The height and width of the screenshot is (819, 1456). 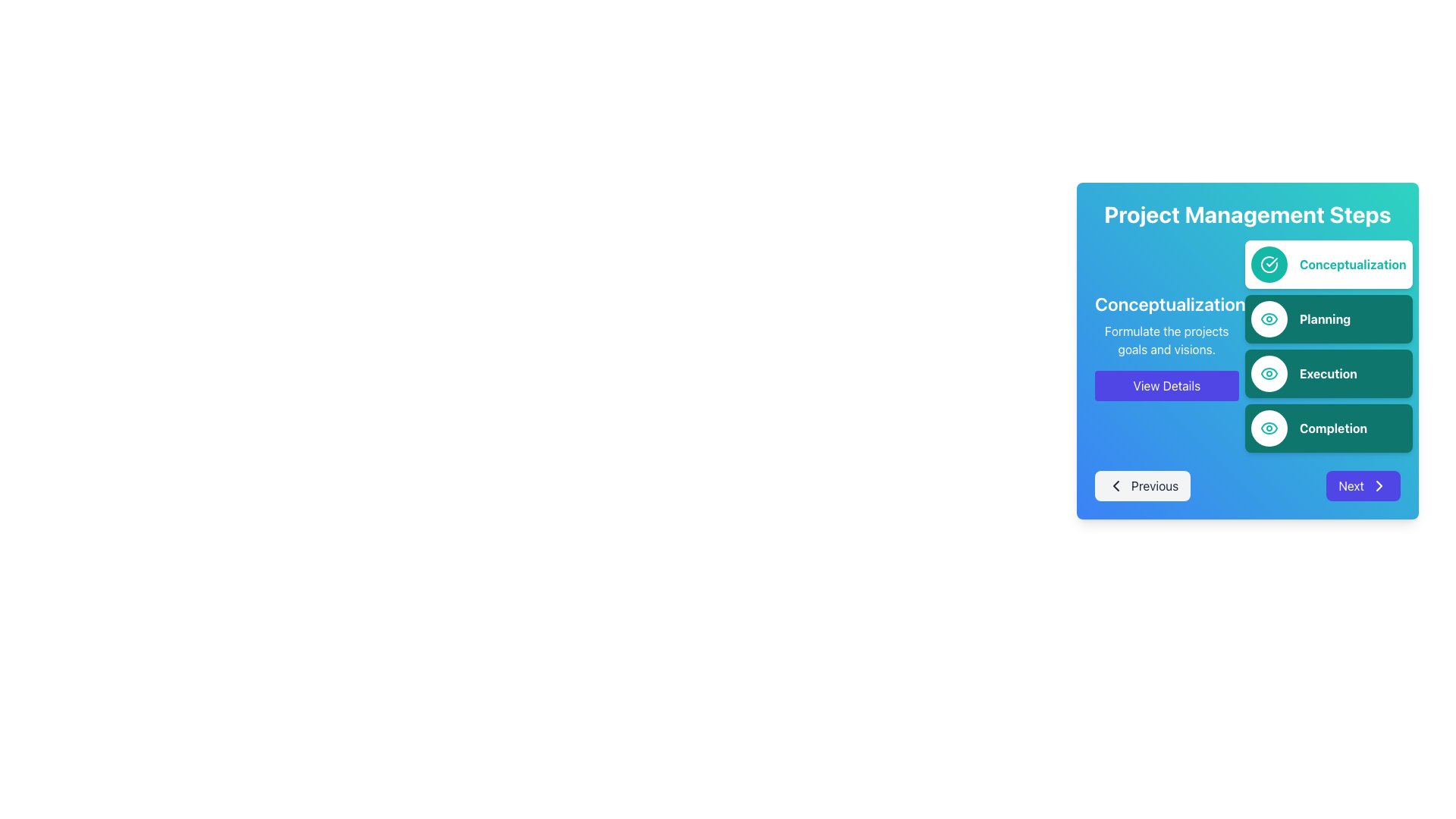 What do you see at coordinates (1353, 263) in the screenshot?
I see `the Text Label that represents the title of a step in the project management workflow, which is positioned to the right of a circular check mark icon` at bounding box center [1353, 263].